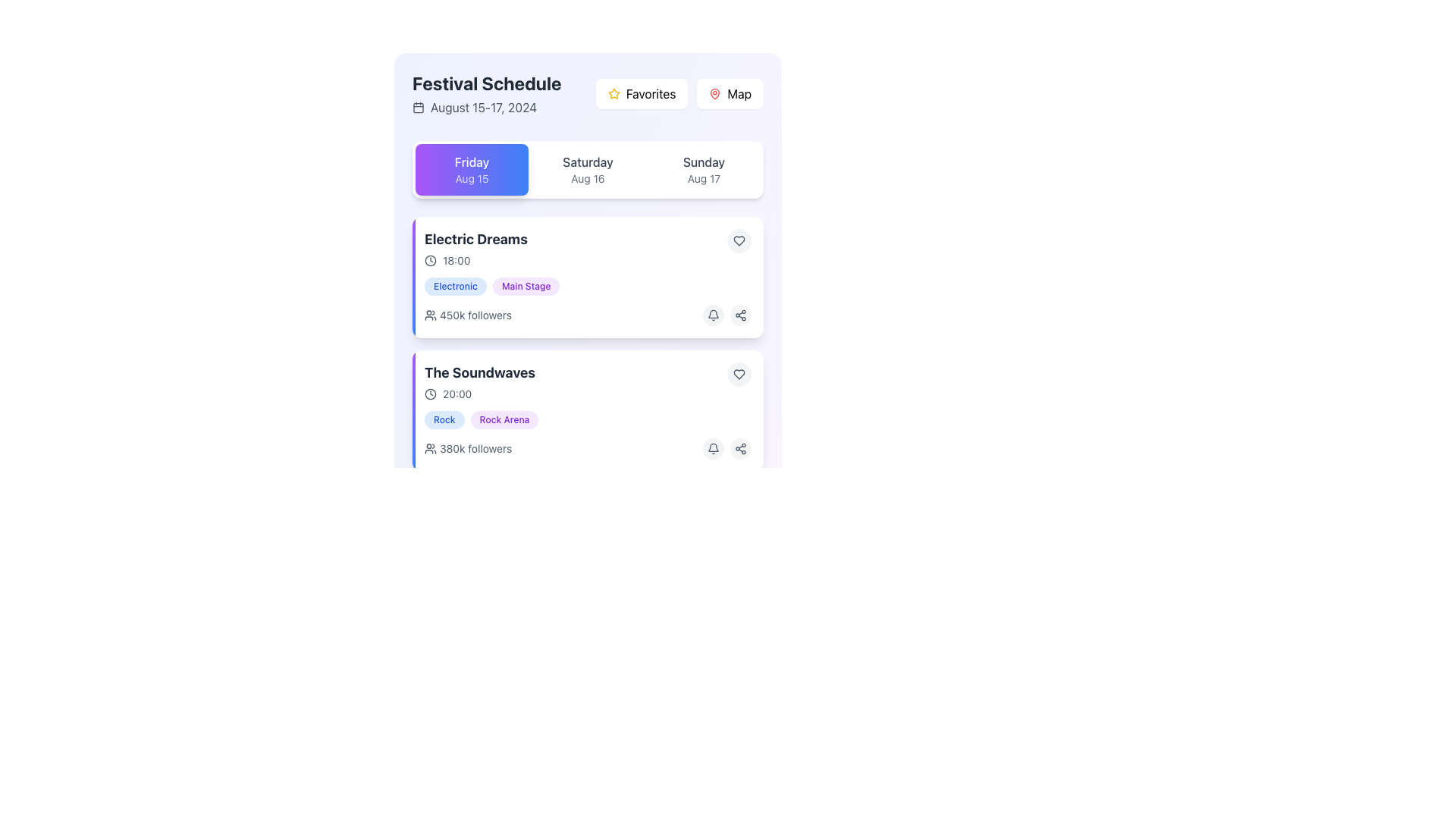 The height and width of the screenshot is (819, 1456). Describe the element at coordinates (487, 93) in the screenshot. I see `the Header element displaying 'Festival Schedule' and 'August 15-17, 2024' with a calendar icon to the left` at that location.